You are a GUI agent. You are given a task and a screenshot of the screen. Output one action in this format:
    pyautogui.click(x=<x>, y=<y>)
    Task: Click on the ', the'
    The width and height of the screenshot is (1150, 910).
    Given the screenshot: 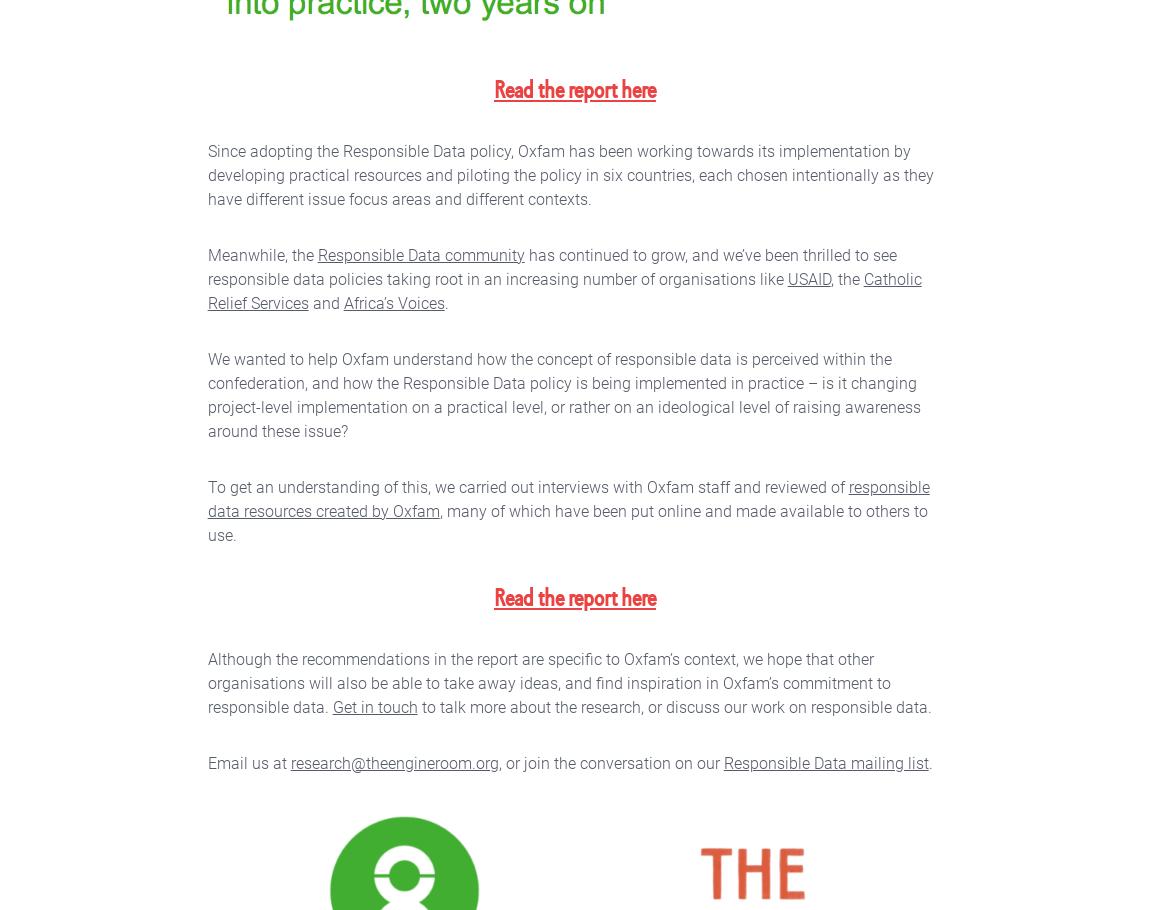 What is the action you would take?
    pyautogui.click(x=828, y=277)
    